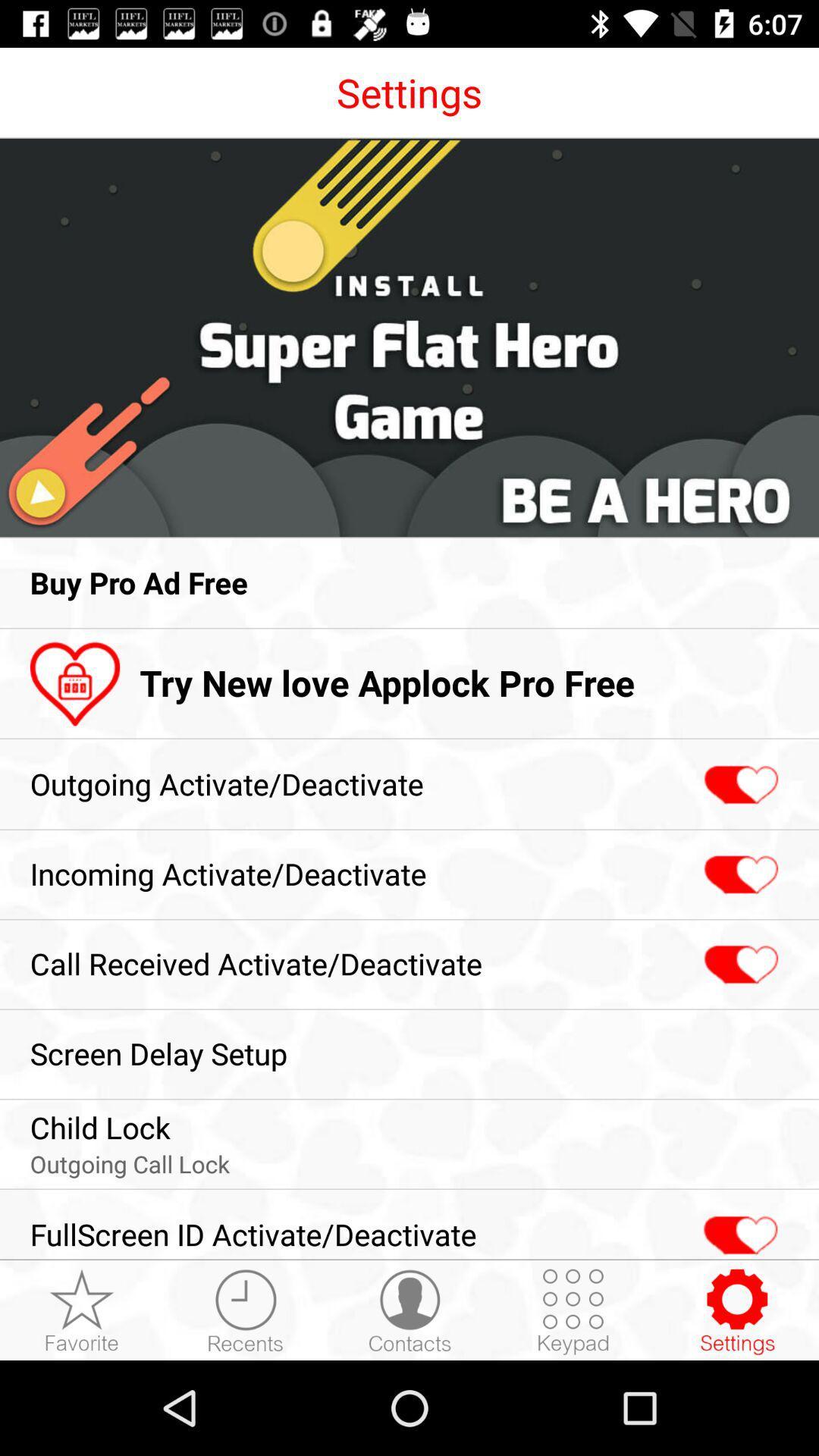 This screenshot has height=1456, width=819. What do you see at coordinates (82, 1310) in the screenshot?
I see `the star icon` at bounding box center [82, 1310].